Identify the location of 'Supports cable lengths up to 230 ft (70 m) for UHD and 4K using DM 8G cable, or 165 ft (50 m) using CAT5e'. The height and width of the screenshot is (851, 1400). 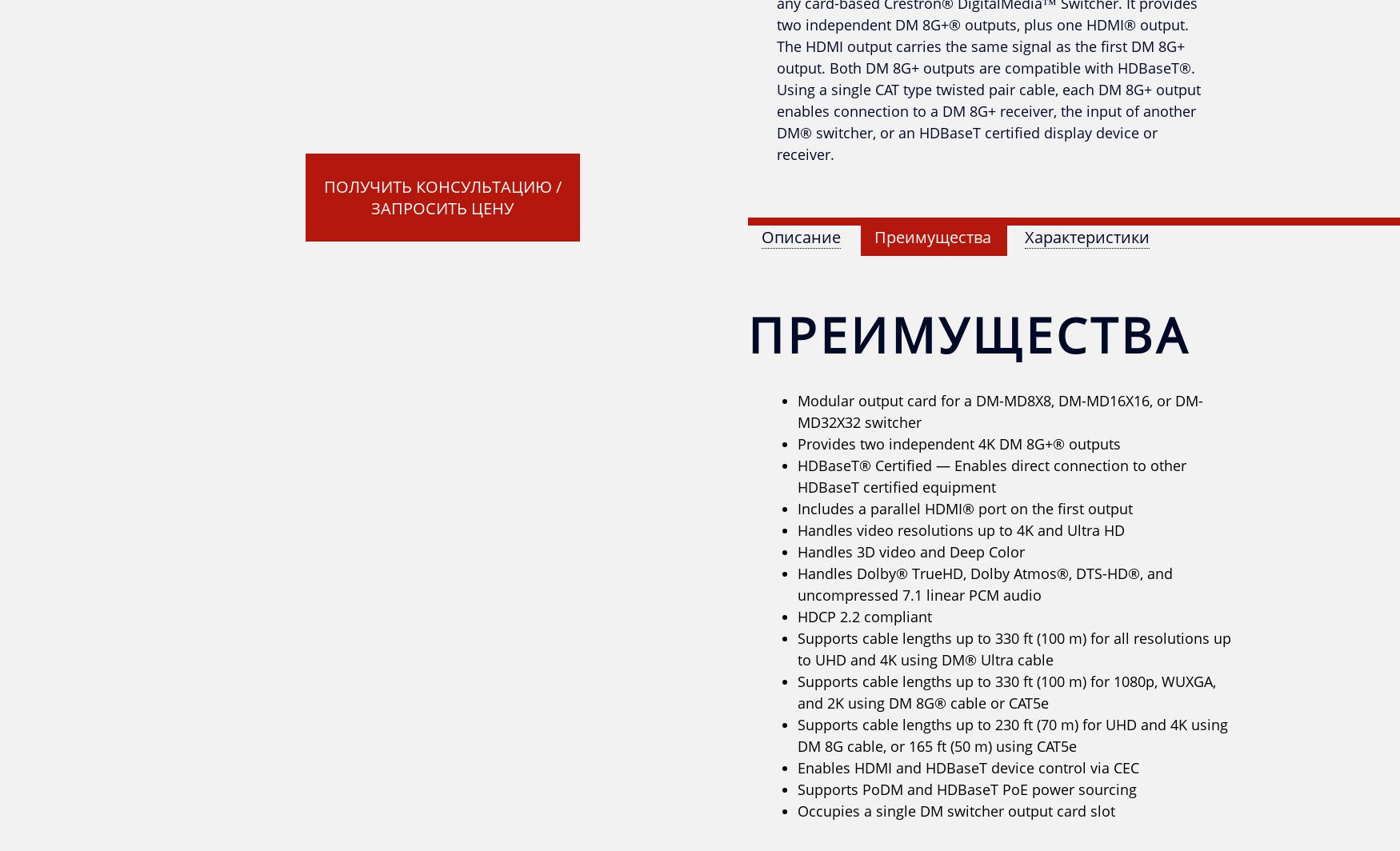
(1011, 735).